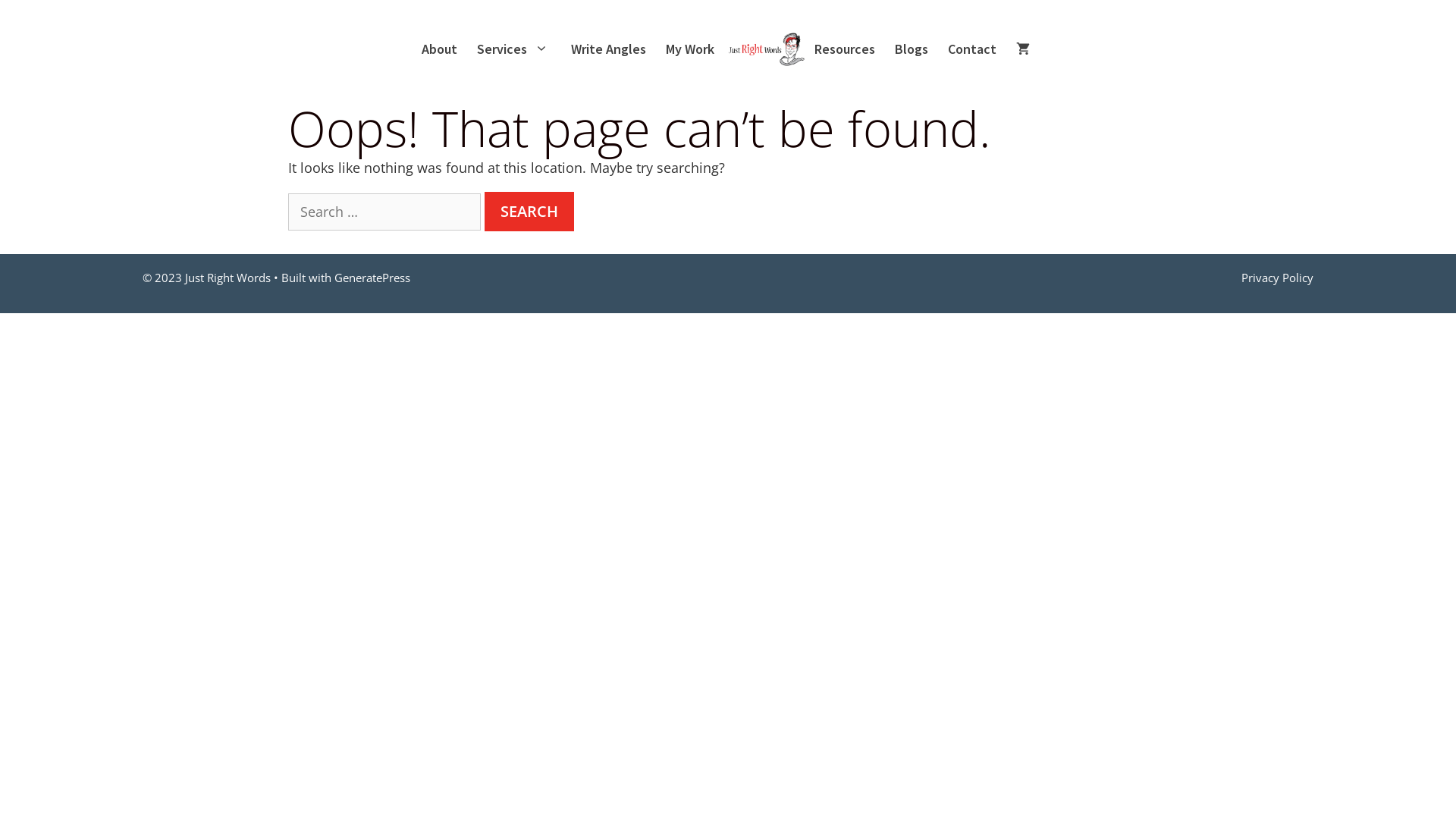 The image size is (1456, 819). I want to click on 'My Work', so click(658, 49).